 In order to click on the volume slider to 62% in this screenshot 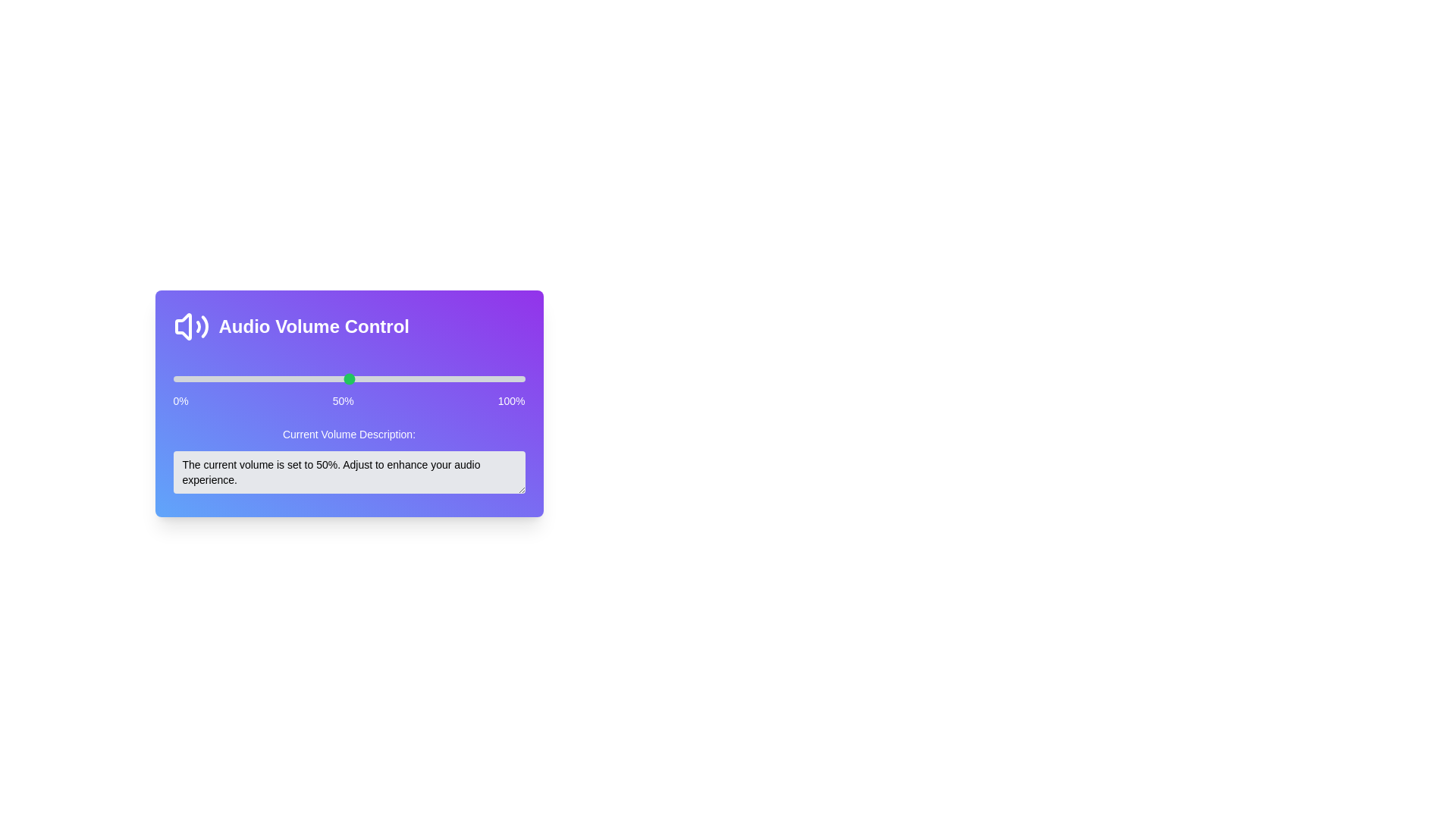, I will do `click(391, 378)`.